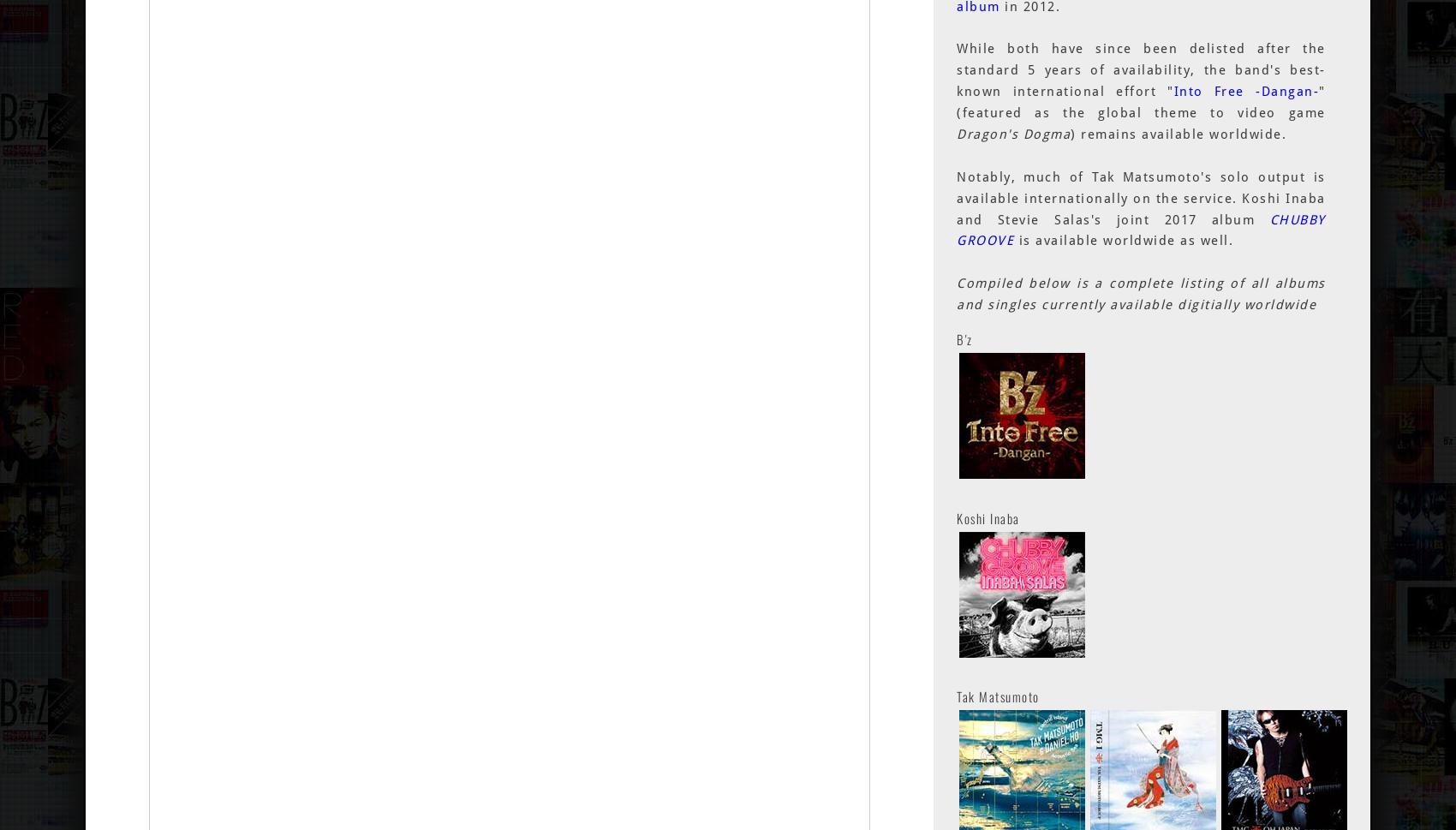  Describe the element at coordinates (1140, 197) in the screenshot. I see `'Notably, much of Tak Matsumoto's solo output is available internationally on the service. Koshi Inaba and Stevie Salas's joint 2017 album'` at that location.